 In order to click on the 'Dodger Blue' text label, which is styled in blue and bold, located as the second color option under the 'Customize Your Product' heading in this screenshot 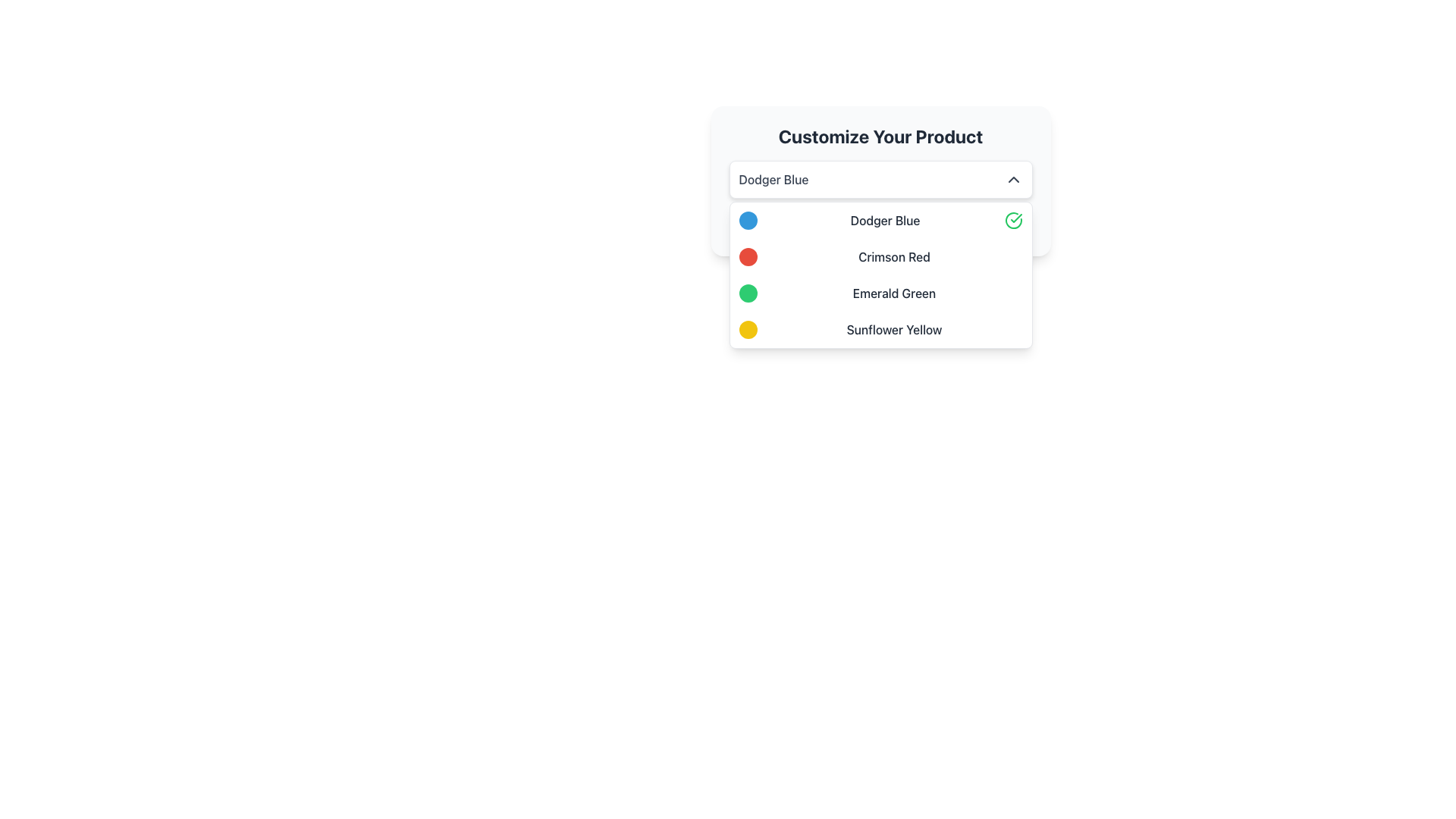, I will do `click(880, 227)`.